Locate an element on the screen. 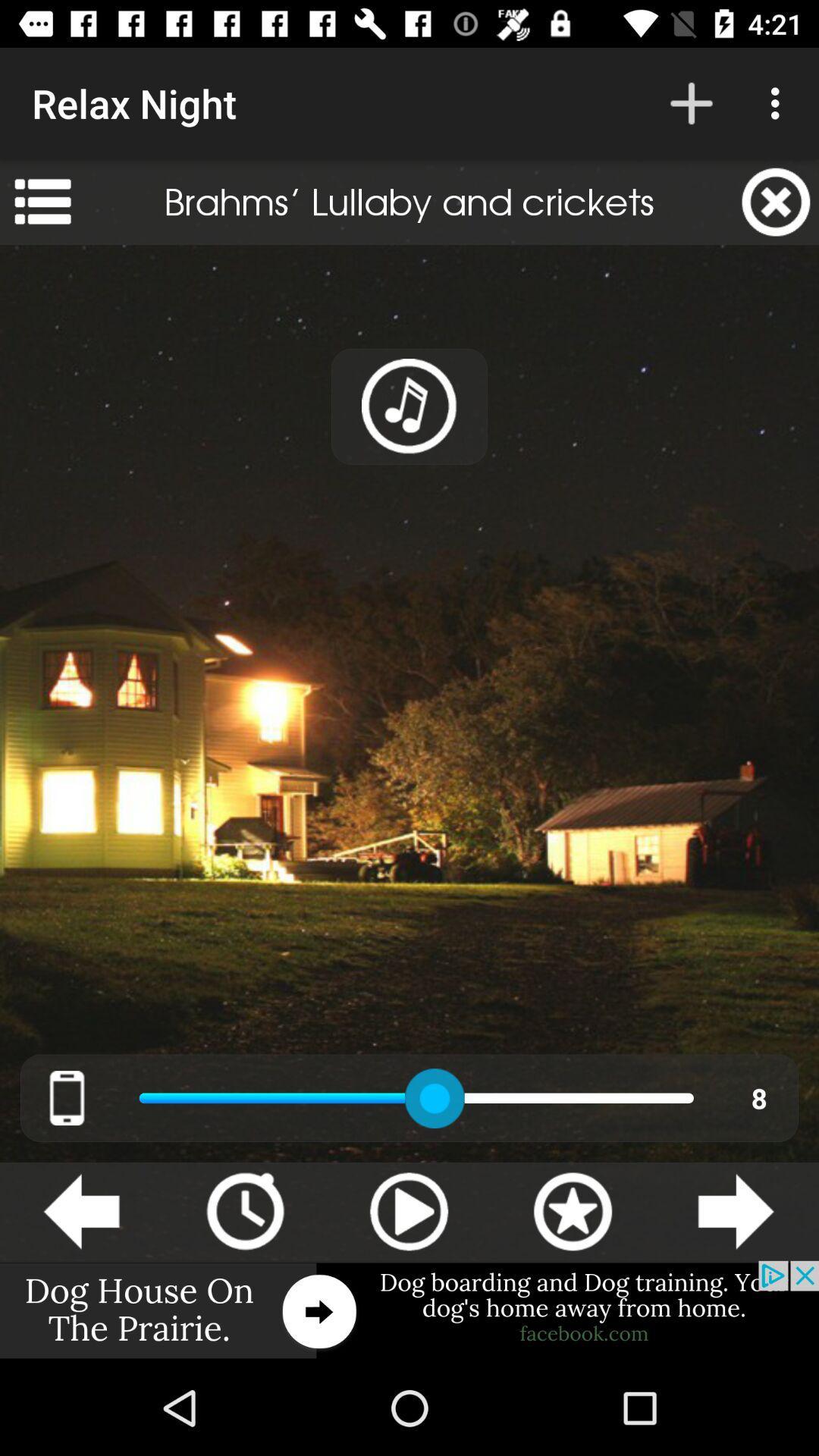 This screenshot has width=819, height=1456. the list icon is located at coordinates (42, 201).